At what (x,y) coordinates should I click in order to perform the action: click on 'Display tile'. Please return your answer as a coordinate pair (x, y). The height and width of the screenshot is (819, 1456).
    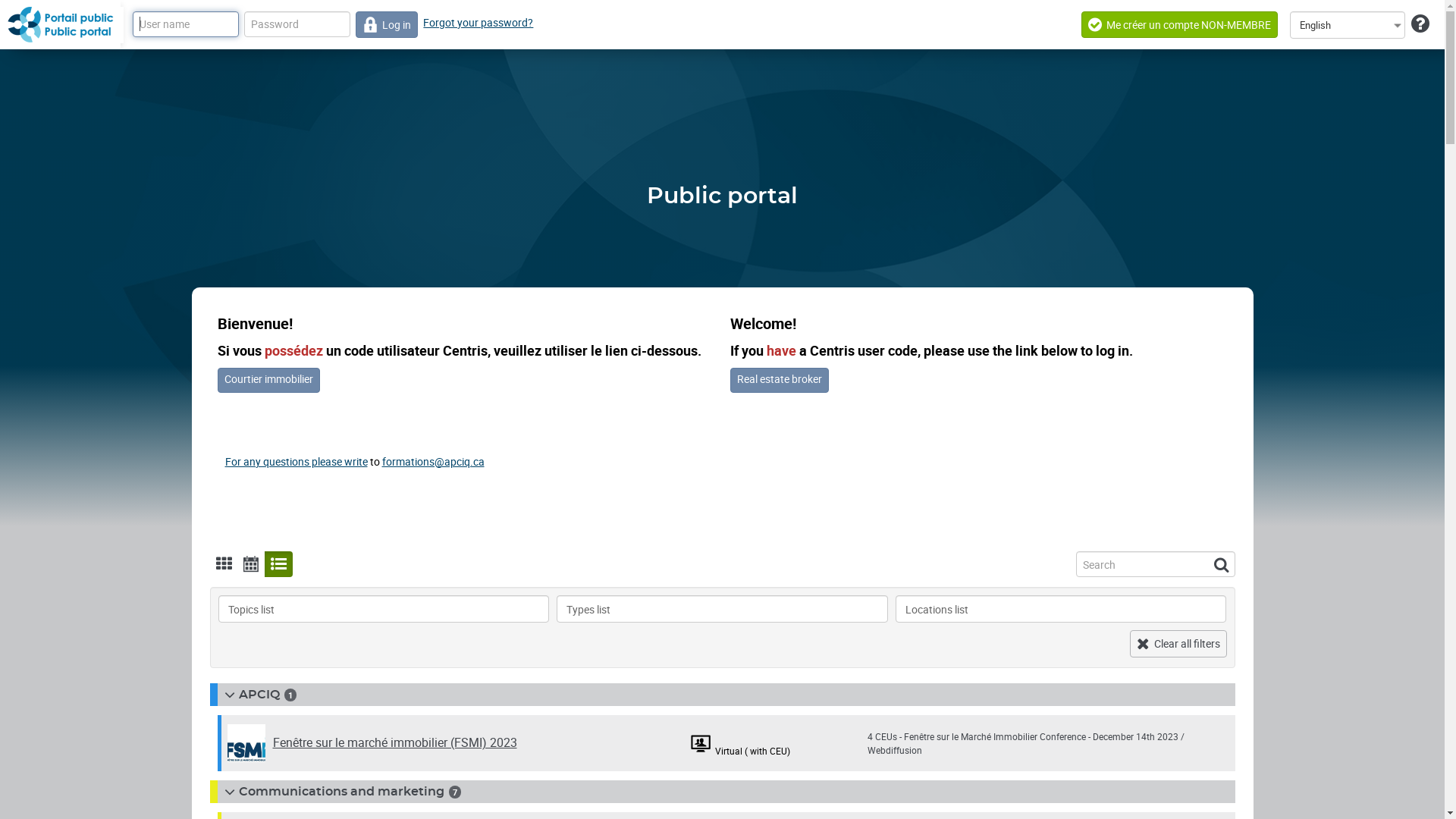
    Looking at the image, I should click on (222, 564).